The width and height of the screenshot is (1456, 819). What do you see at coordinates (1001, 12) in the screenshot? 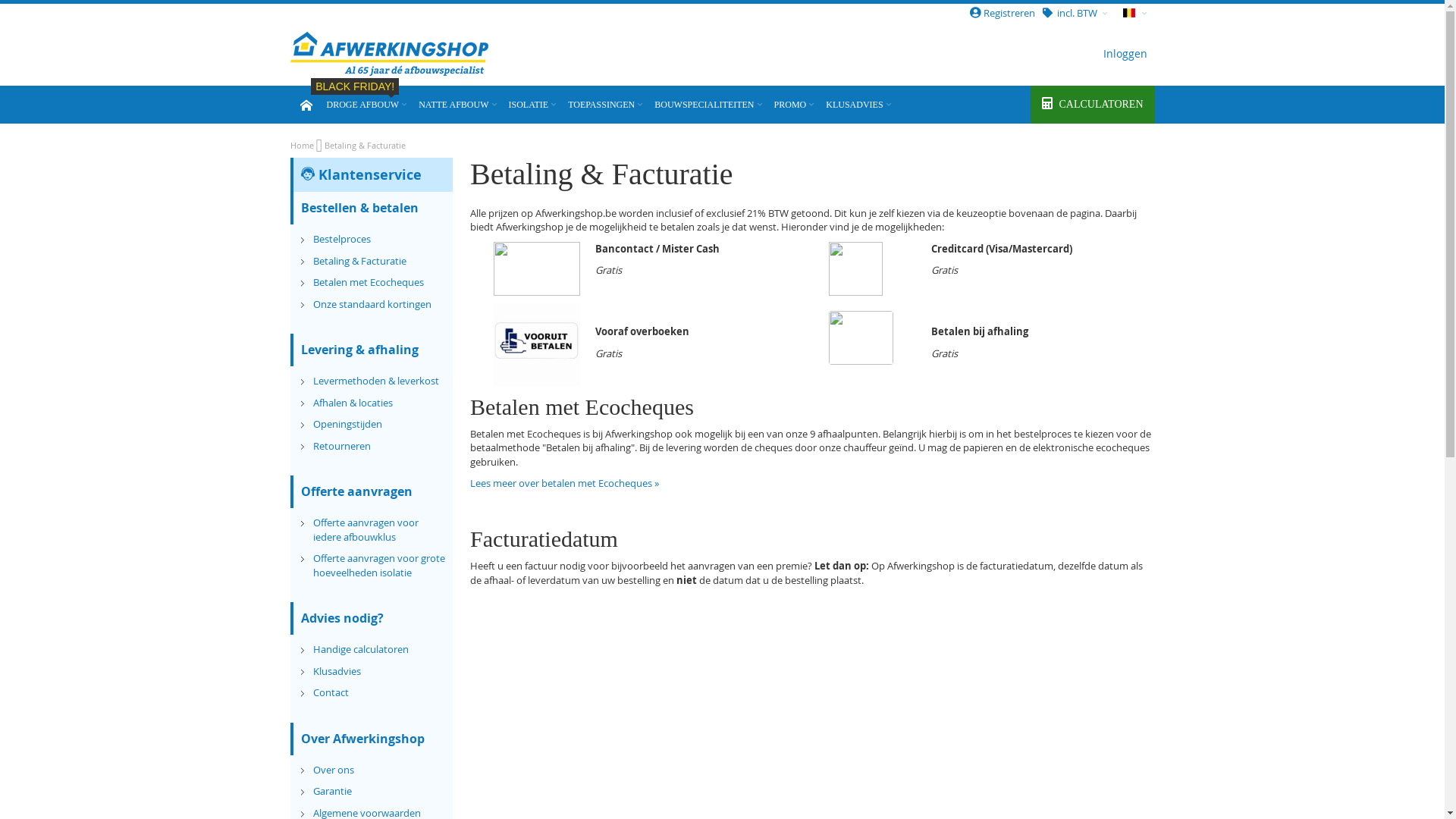
I see `'Registreren'` at bounding box center [1001, 12].